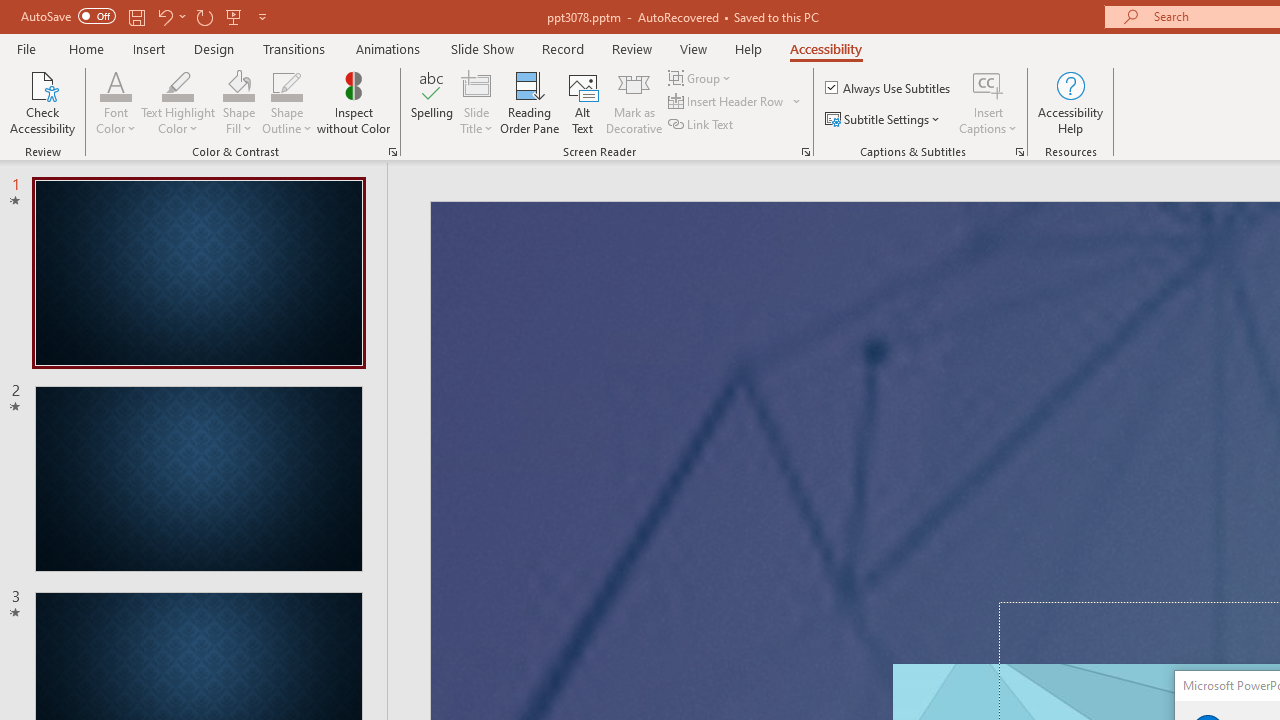 The height and width of the screenshot is (720, 1280). Describe the element at coordinates (115, 84) in the screenshot. I see `'Font Color'` at that location.